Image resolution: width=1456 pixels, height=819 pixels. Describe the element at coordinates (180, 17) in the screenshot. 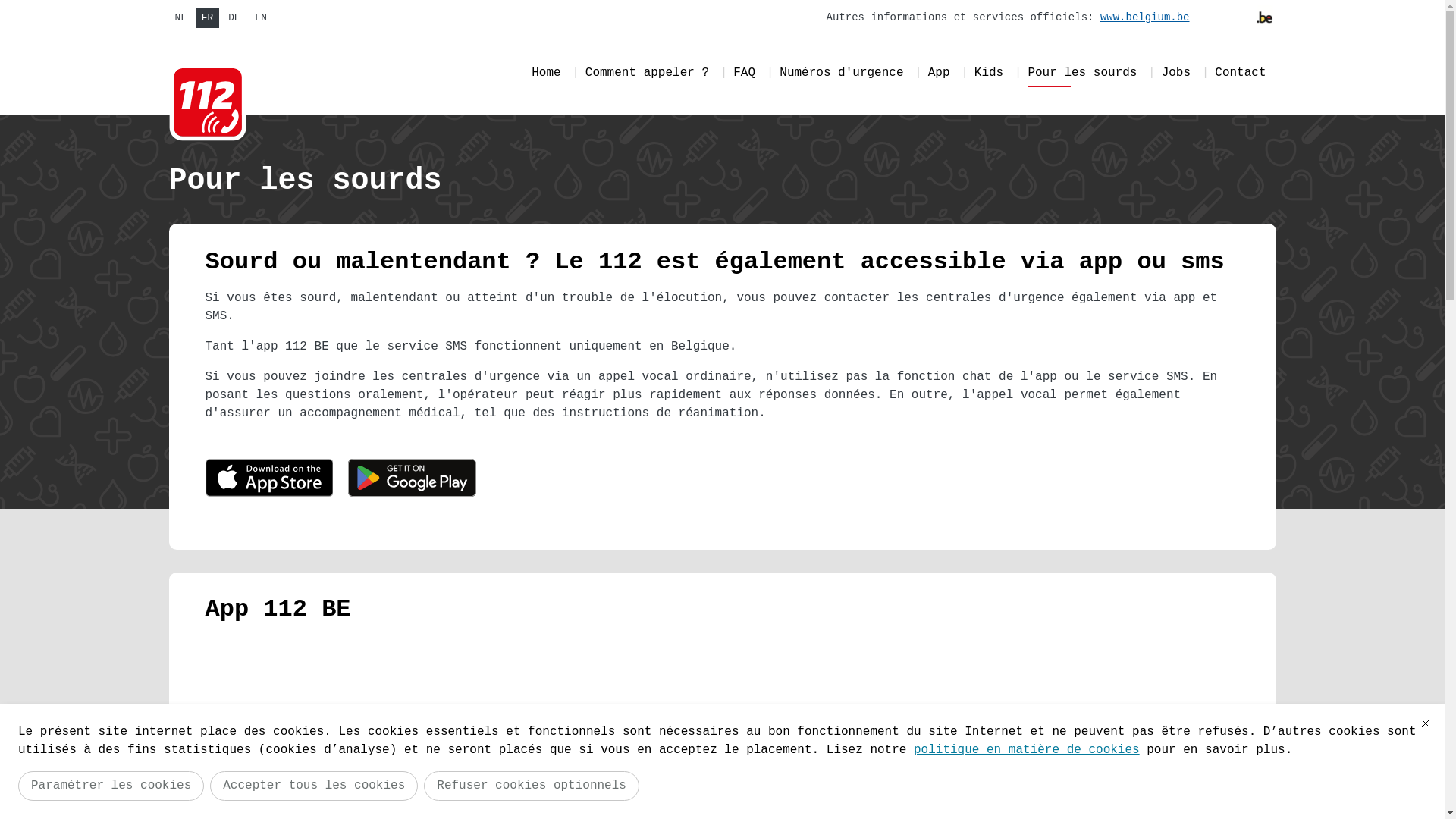

I see `'NL'` at that location.